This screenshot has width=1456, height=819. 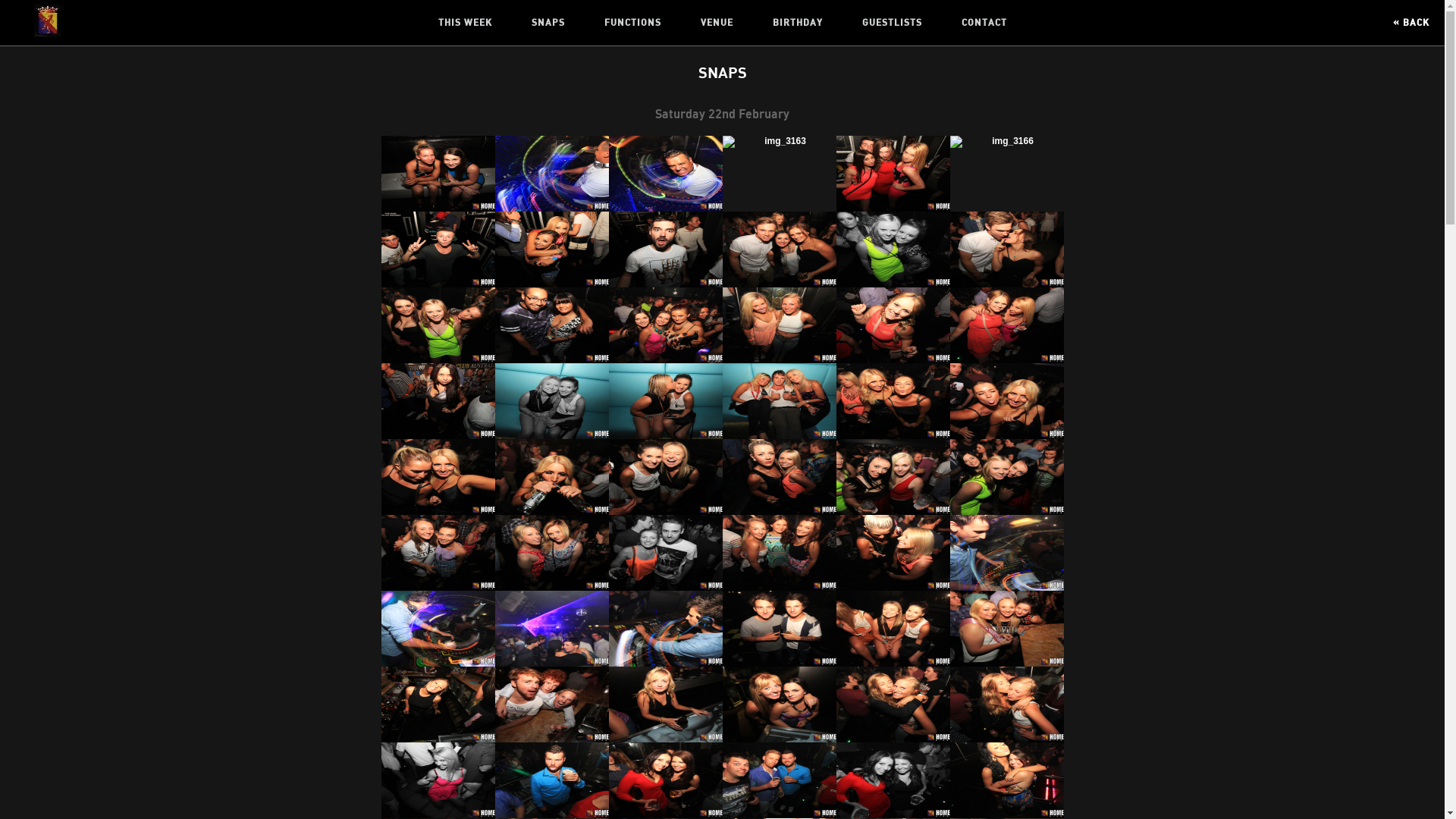 I want to click on ' ', so click(x=607, y=780).